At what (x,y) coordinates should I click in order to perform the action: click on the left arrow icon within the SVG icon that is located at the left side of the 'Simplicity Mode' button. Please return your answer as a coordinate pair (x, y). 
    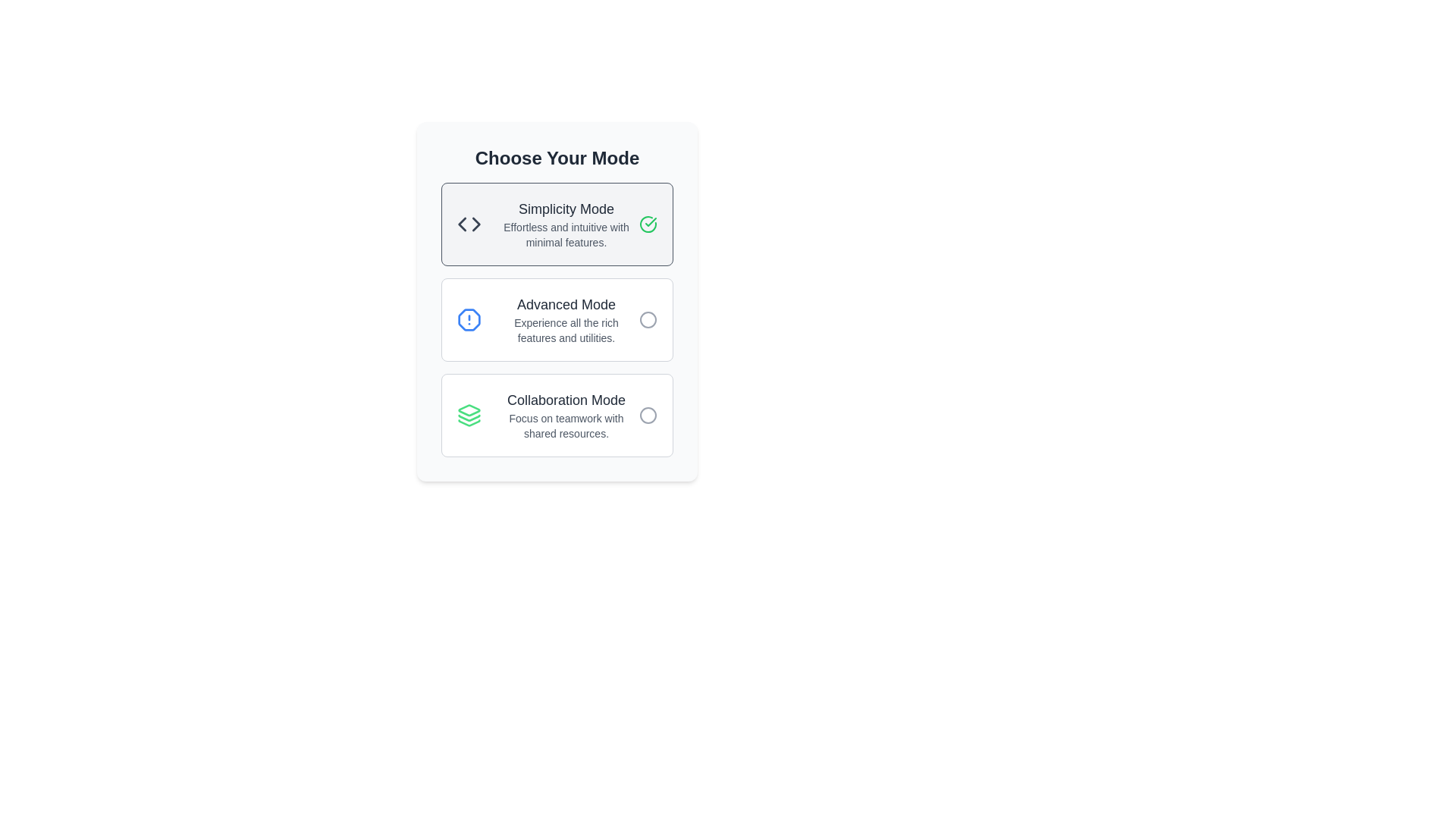
    Looking at the image, I should click on (461, 224).